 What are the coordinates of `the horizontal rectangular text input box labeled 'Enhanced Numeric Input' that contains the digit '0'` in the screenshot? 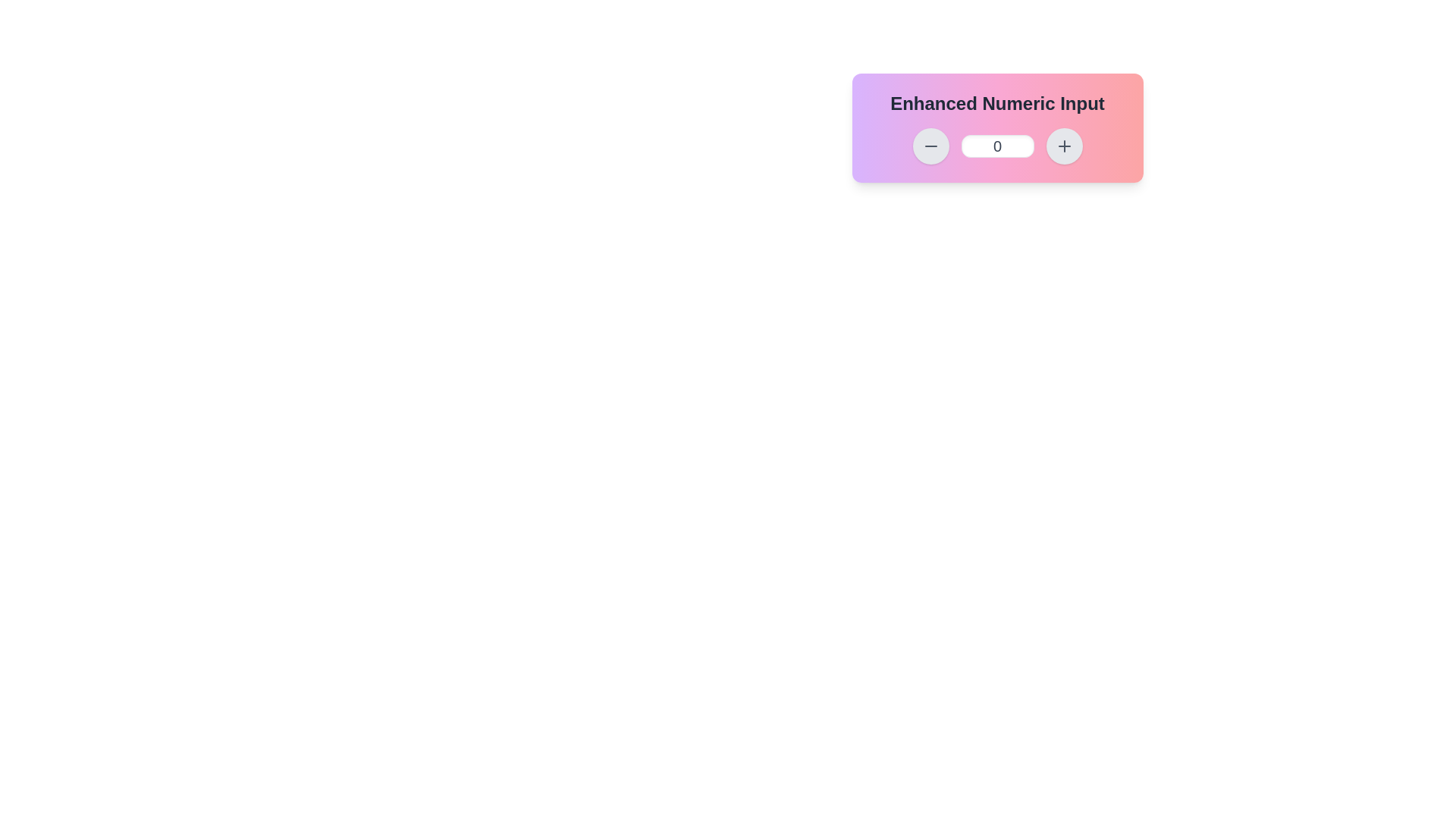 It's located at (997, 146).